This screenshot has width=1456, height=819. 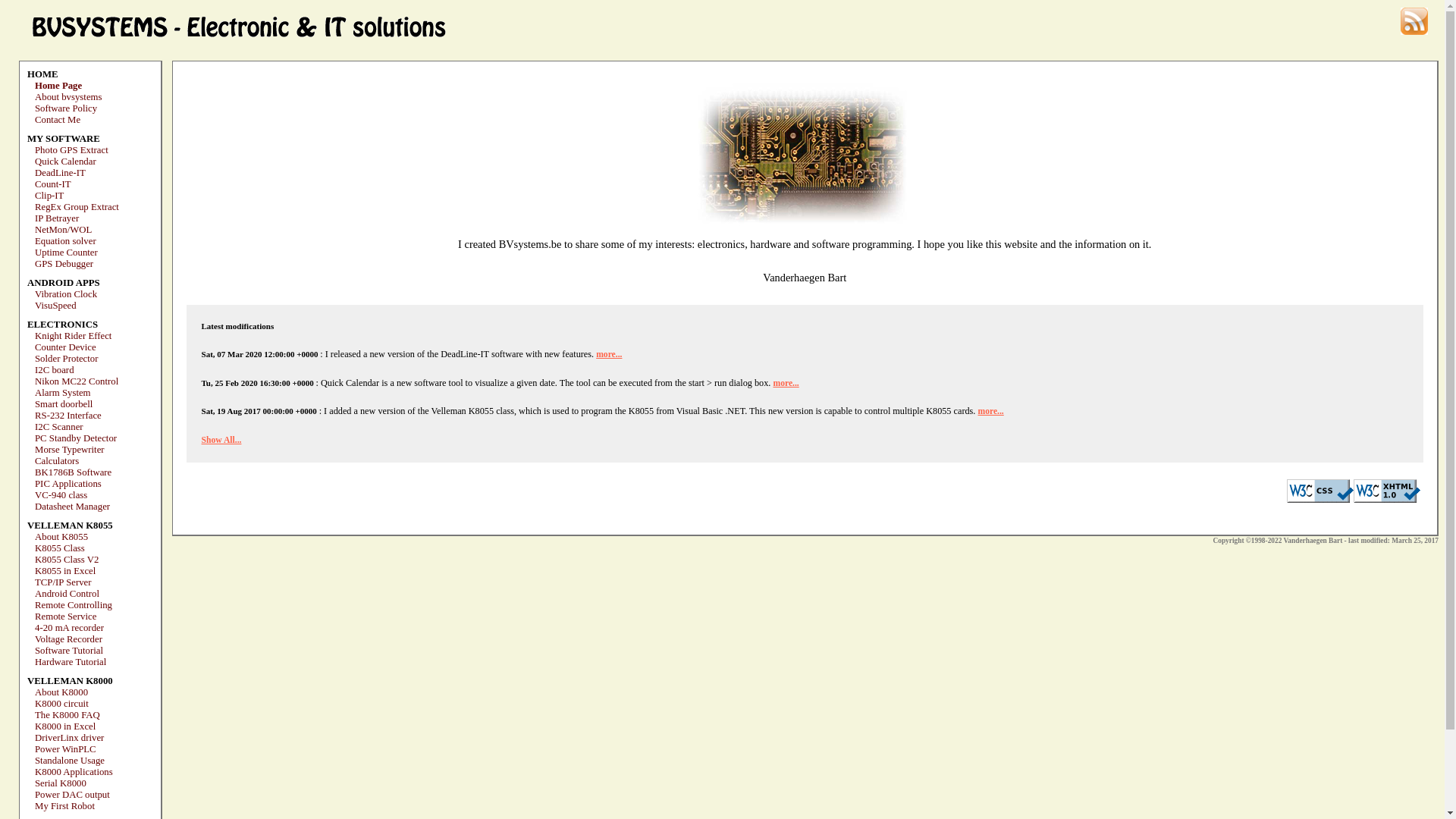 What do you see at coordinates (65, 559) in the screenshot?
I see `'K8055 Class V2'` at bounding box center [65, 559].